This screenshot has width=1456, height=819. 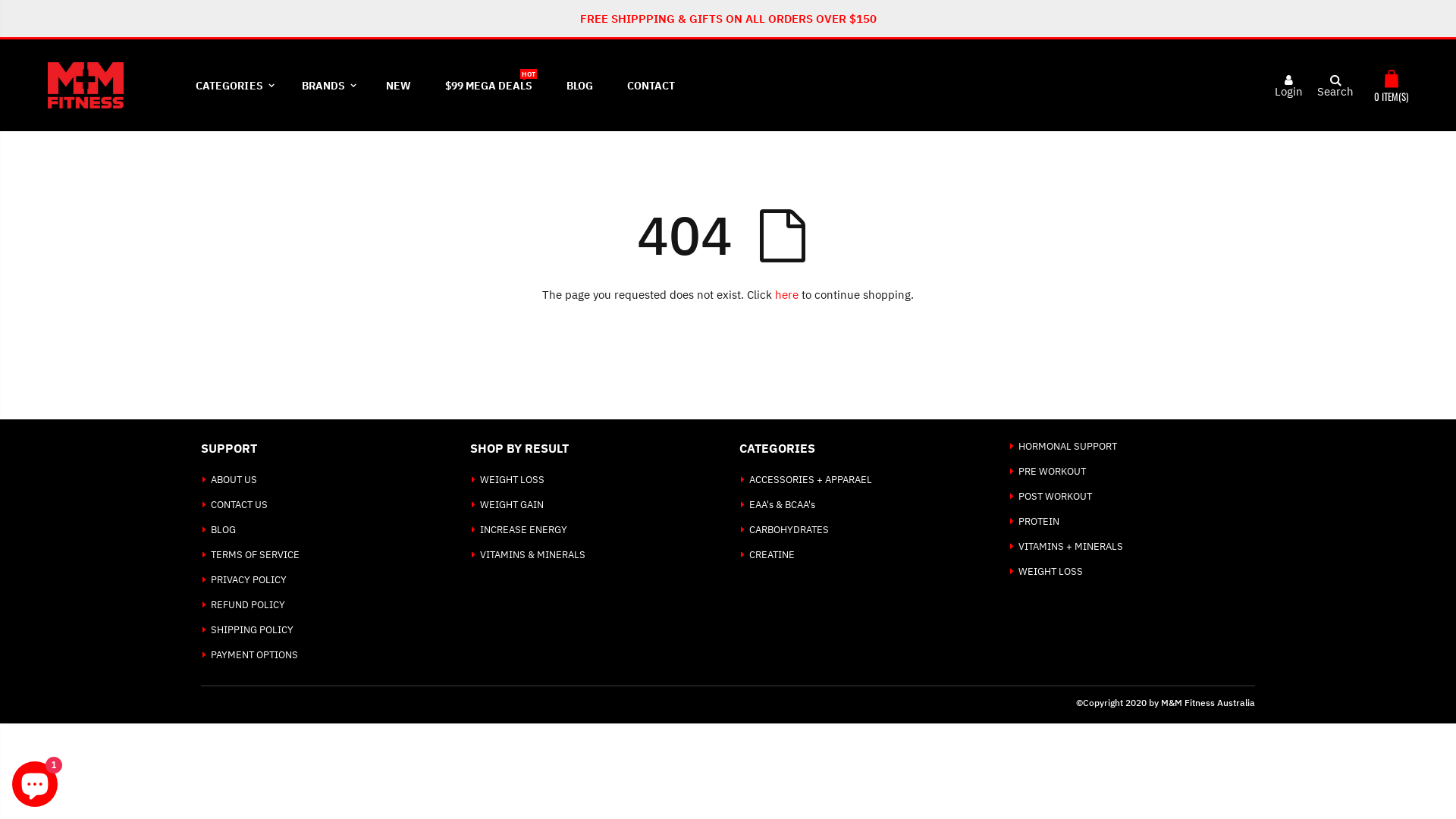 I want to click on 'ACCESSORIES + APPARAEL', so click(x=810, y=479).